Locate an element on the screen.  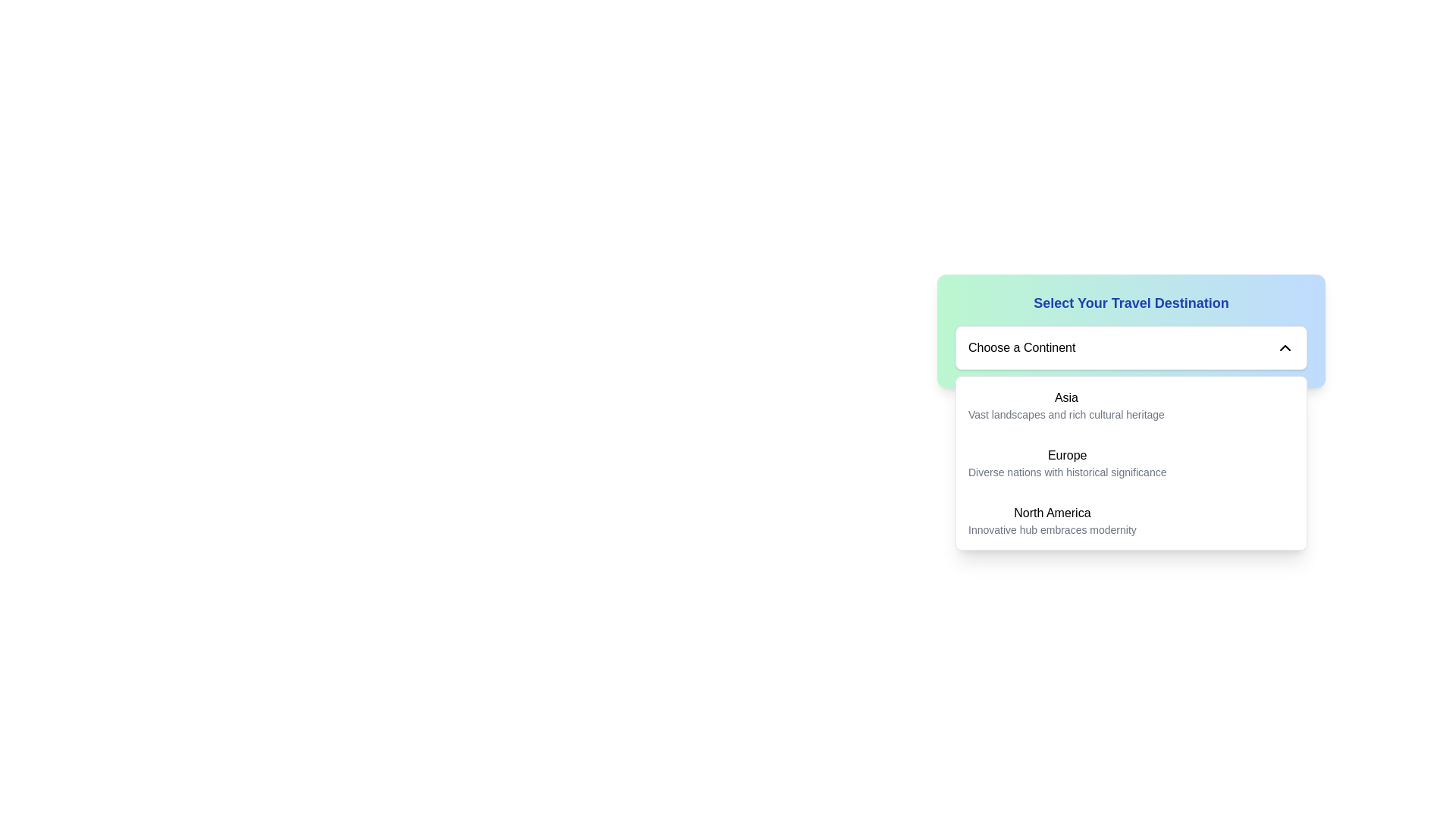
to select the dropdown menu option 'North America' which is the third item in the list styled with a medium-weight font and a smaller gray font underneath is located at coordinates (1051, 519).